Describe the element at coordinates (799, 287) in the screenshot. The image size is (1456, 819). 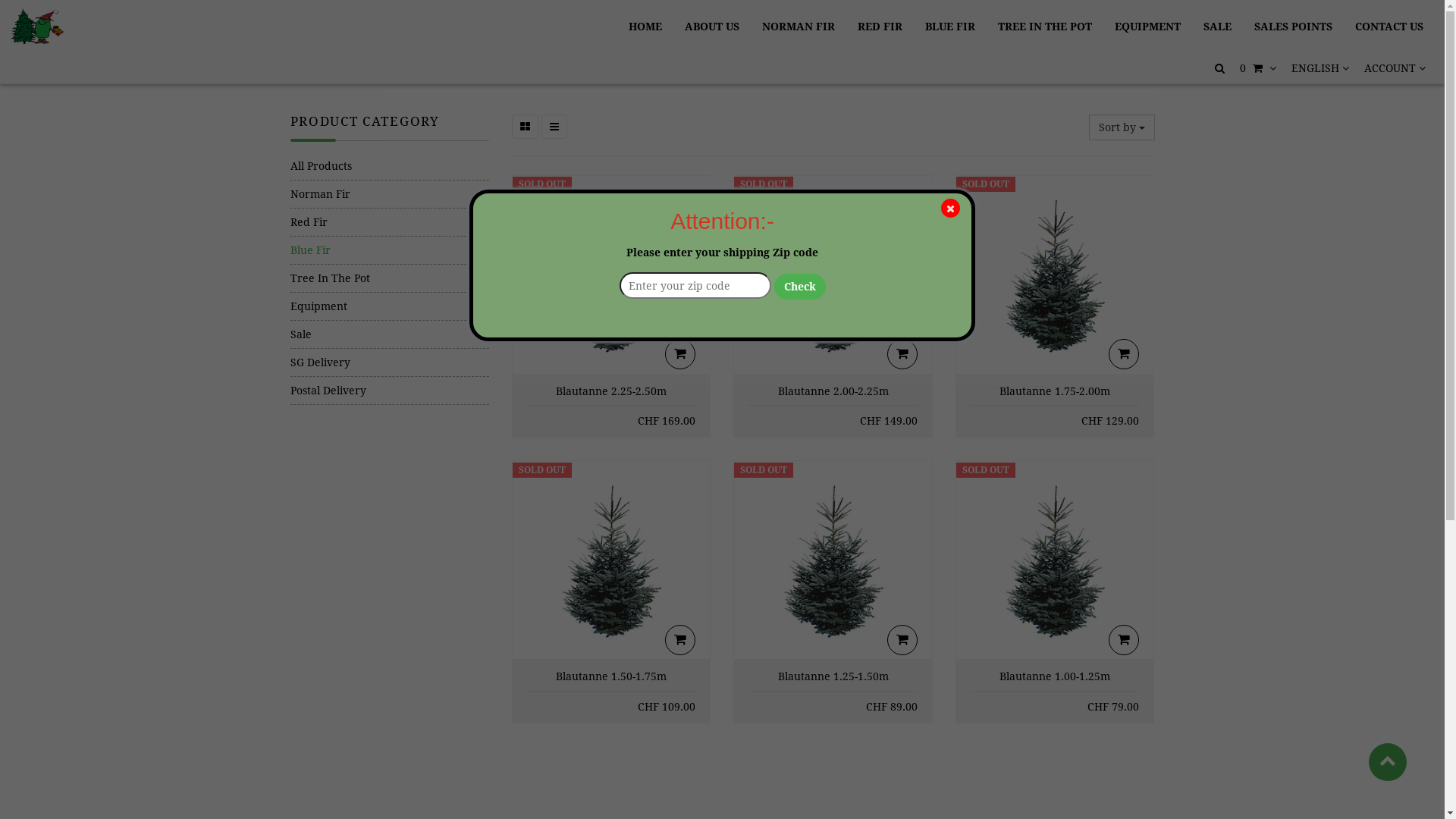
I see `'Check'` at that location.